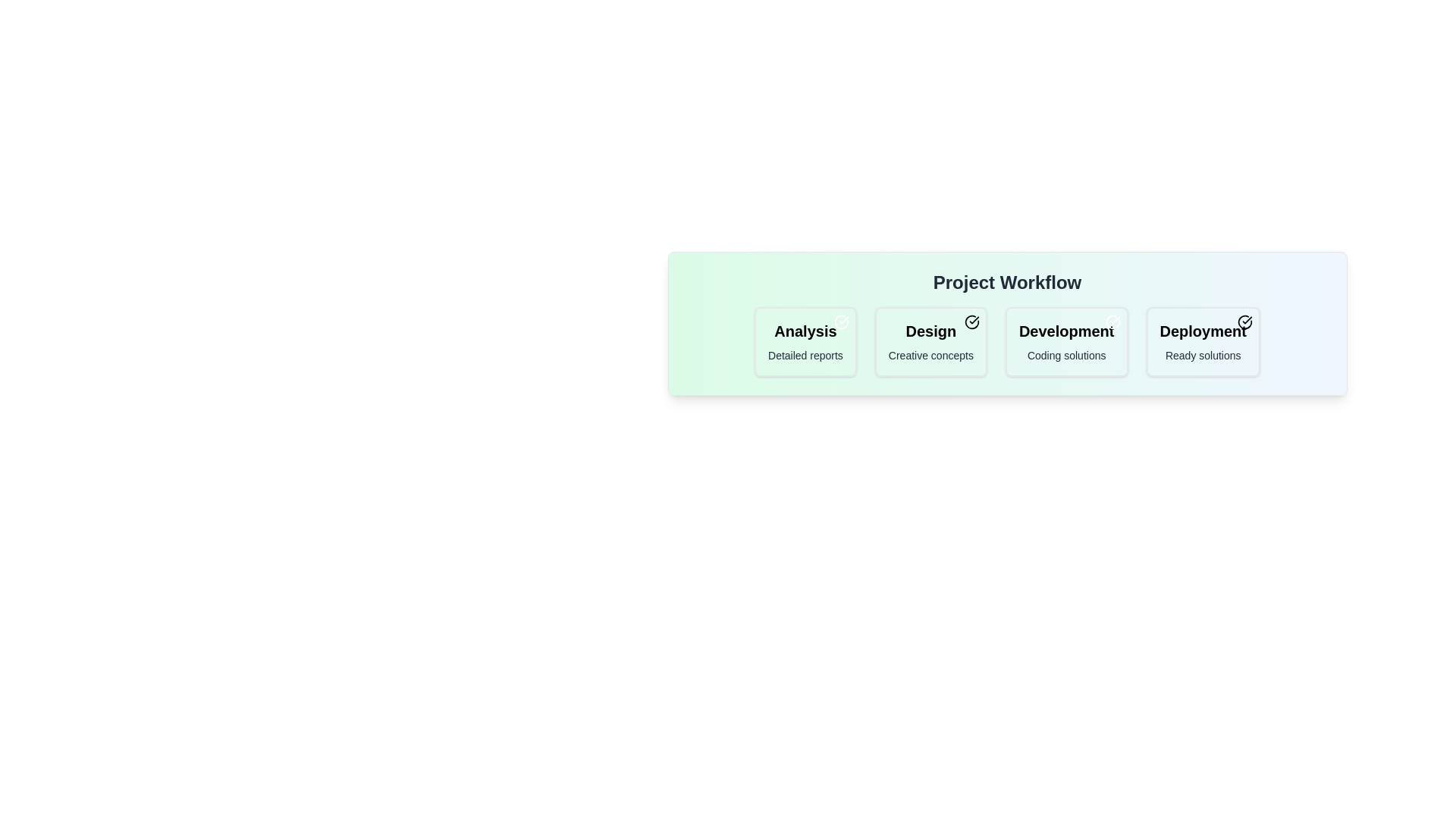 This screenshot has width=1456, height=819. What do you see at coordinates (1065, 342) in the screenshot?
I see `the chip labeled 'Development'` at bounding box center [1065, 342].